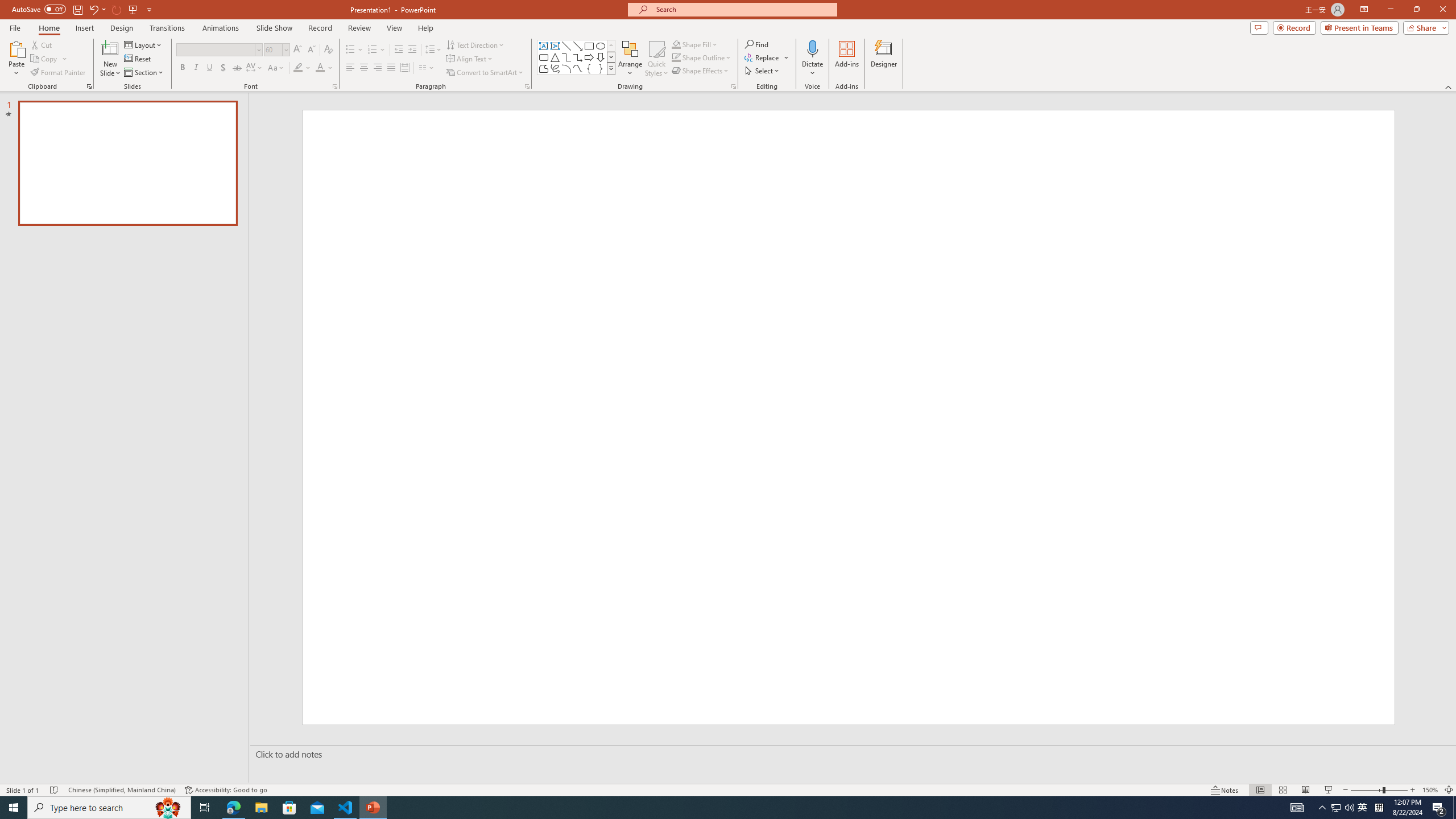 This screenshot has height=819, width=1456. What do you see at coordinates (1430, 790) in the screenshot?
I see `'Zoom 150%'` at bounding box center [1430, 790].